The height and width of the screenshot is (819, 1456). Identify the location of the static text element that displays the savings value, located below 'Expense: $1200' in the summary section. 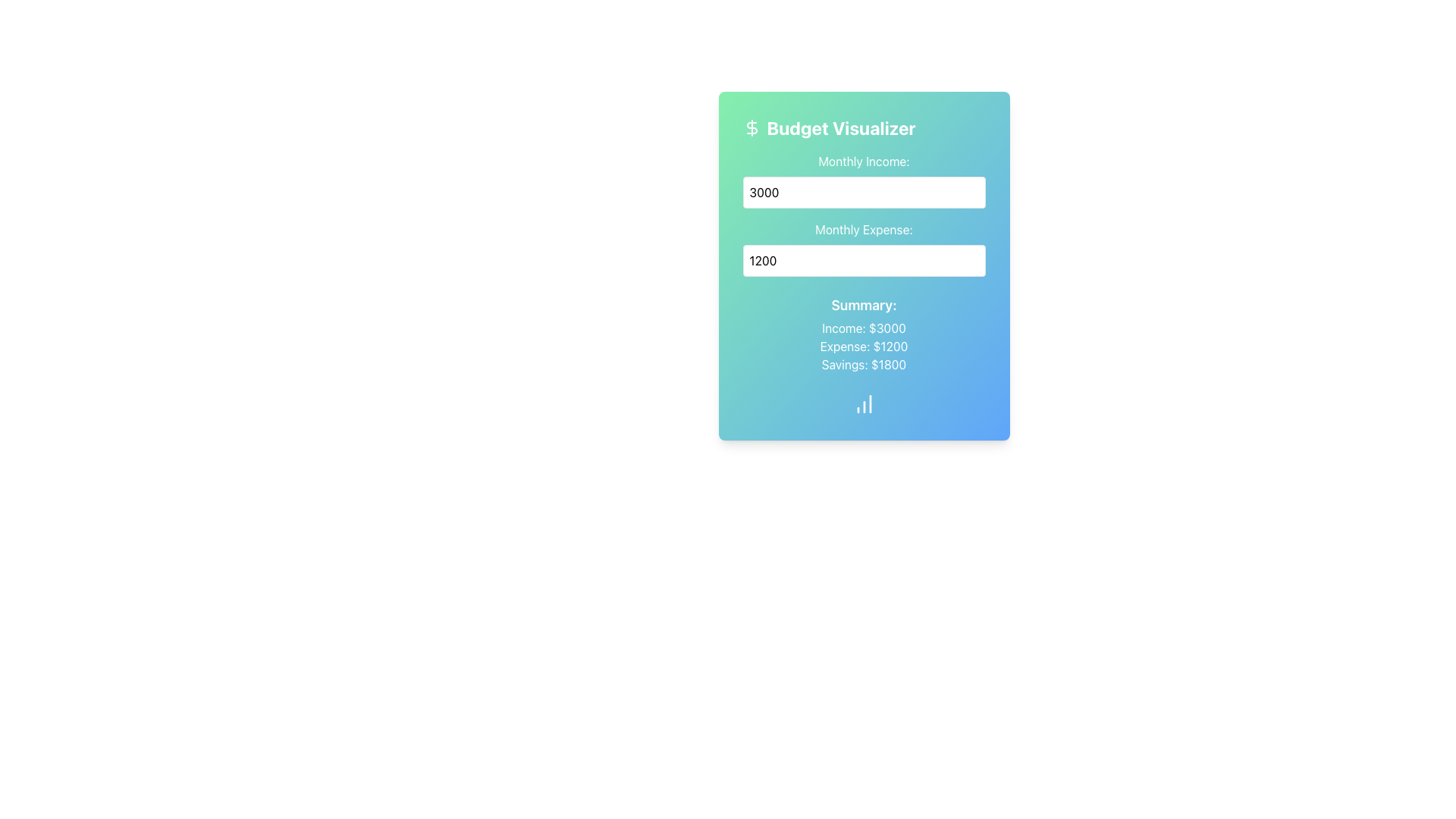
(864, 365).